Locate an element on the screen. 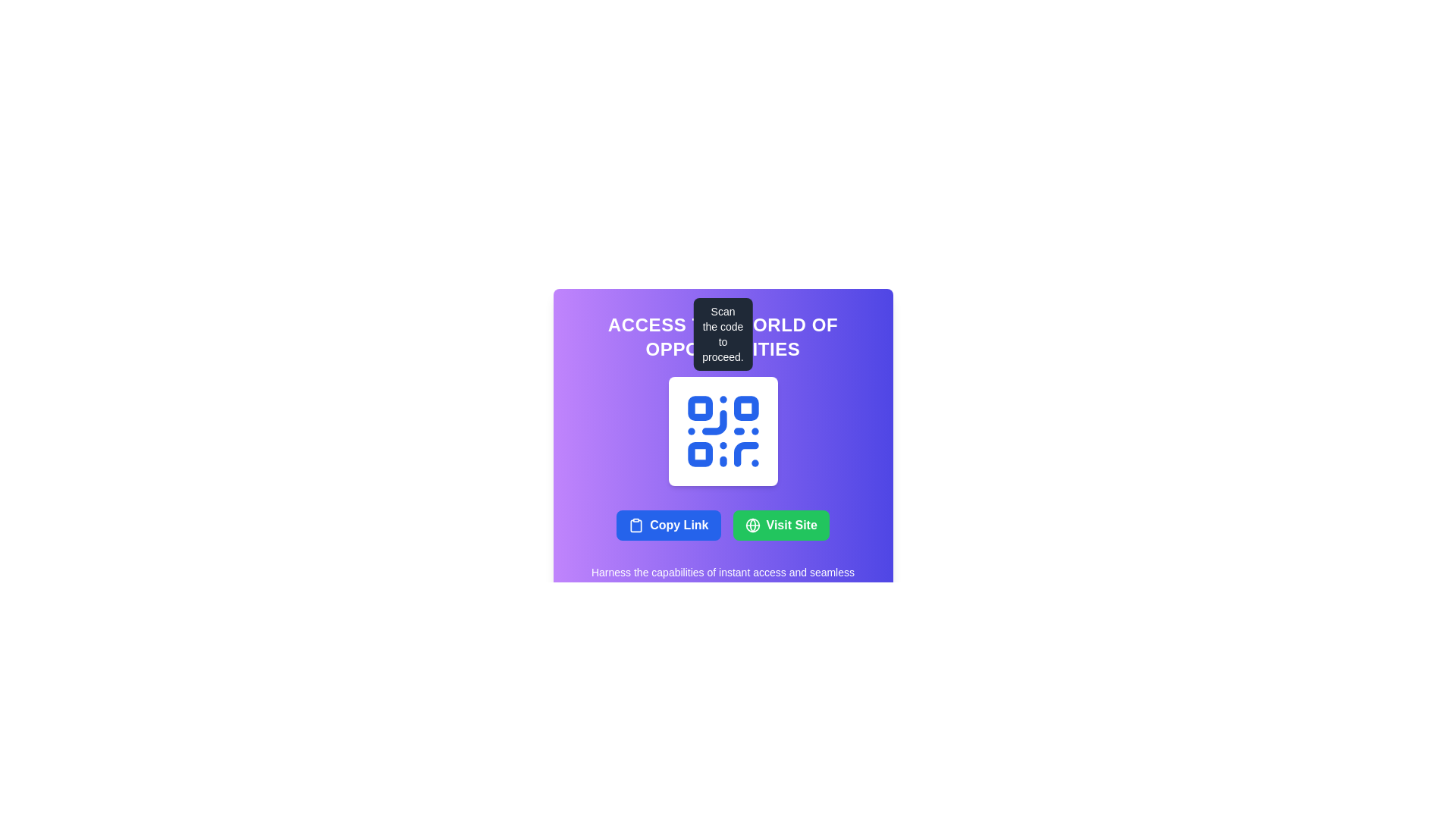 The height and width of the screenshot is (819, 1456). the rectangular vector graphic element located in the bottom-left area of the QR code, which contributes to its distinctive design is located at coordinates (699, 453).